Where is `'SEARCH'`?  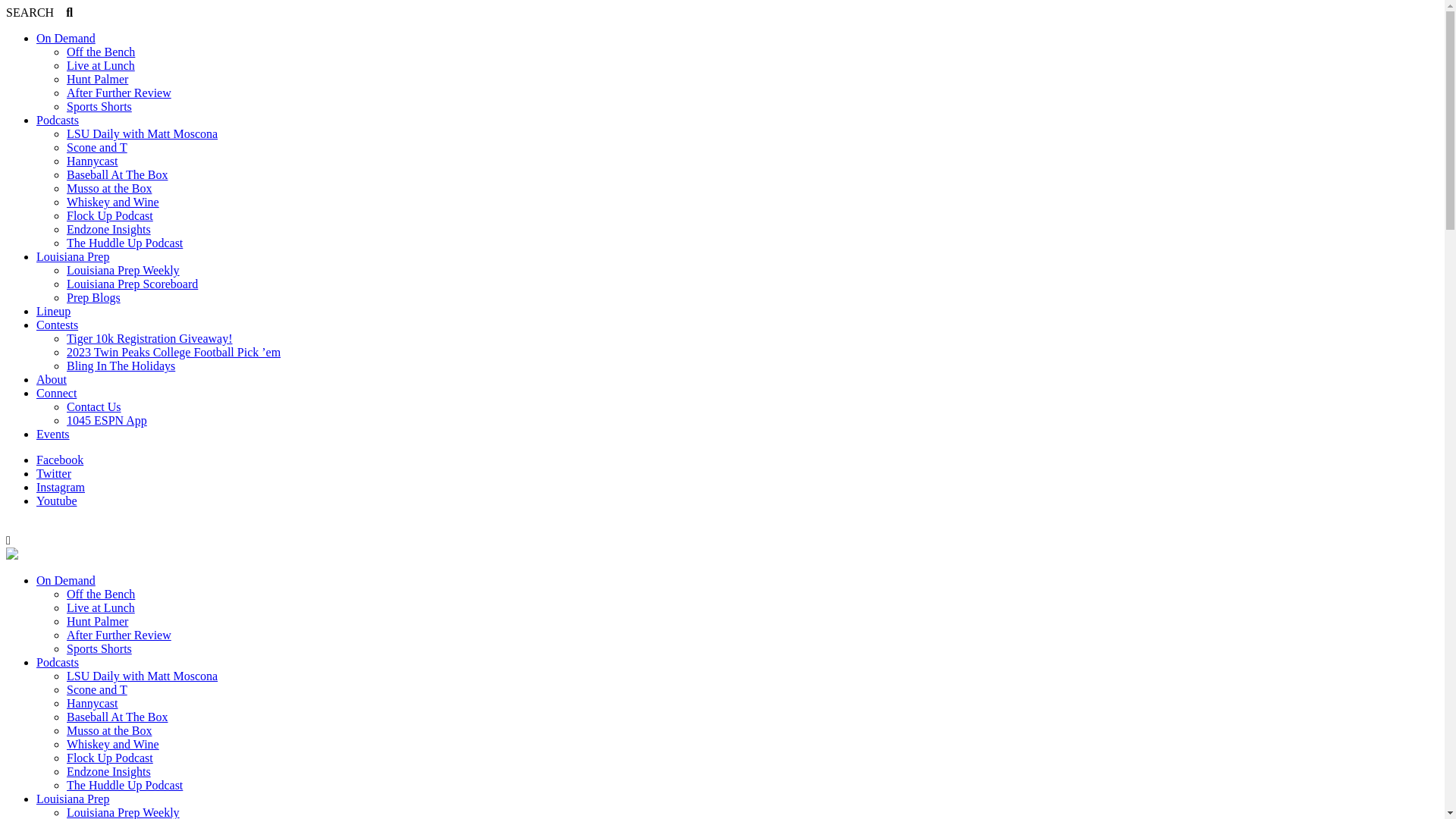
'SEARCH' is located at coordinates (39, 12).